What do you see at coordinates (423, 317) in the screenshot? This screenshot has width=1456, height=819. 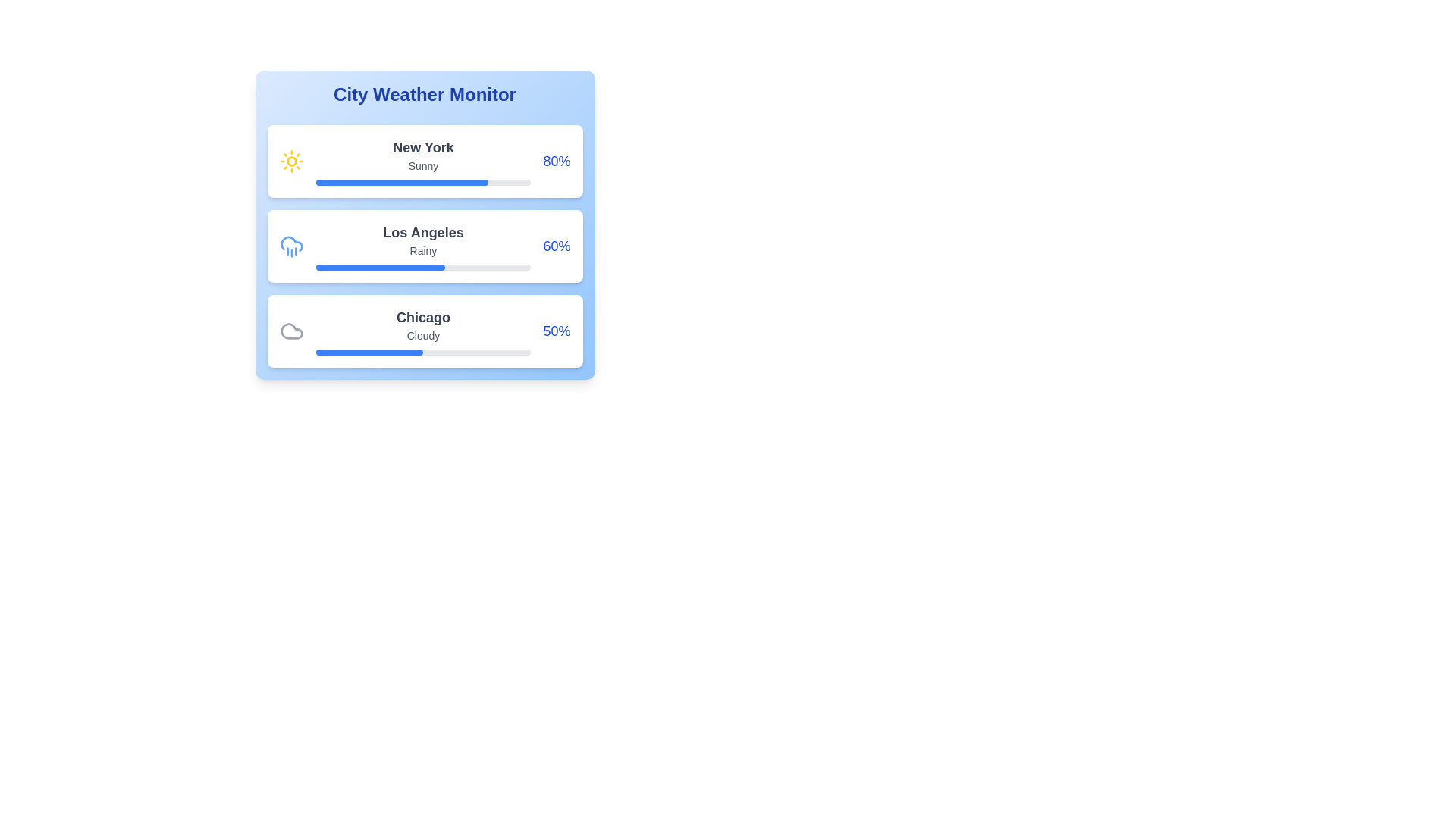 I see `the text label displaying 'Chicago' in a larger, bold font style, located in the third row of the weather monitoring interface` at bounding box center [423, 317].